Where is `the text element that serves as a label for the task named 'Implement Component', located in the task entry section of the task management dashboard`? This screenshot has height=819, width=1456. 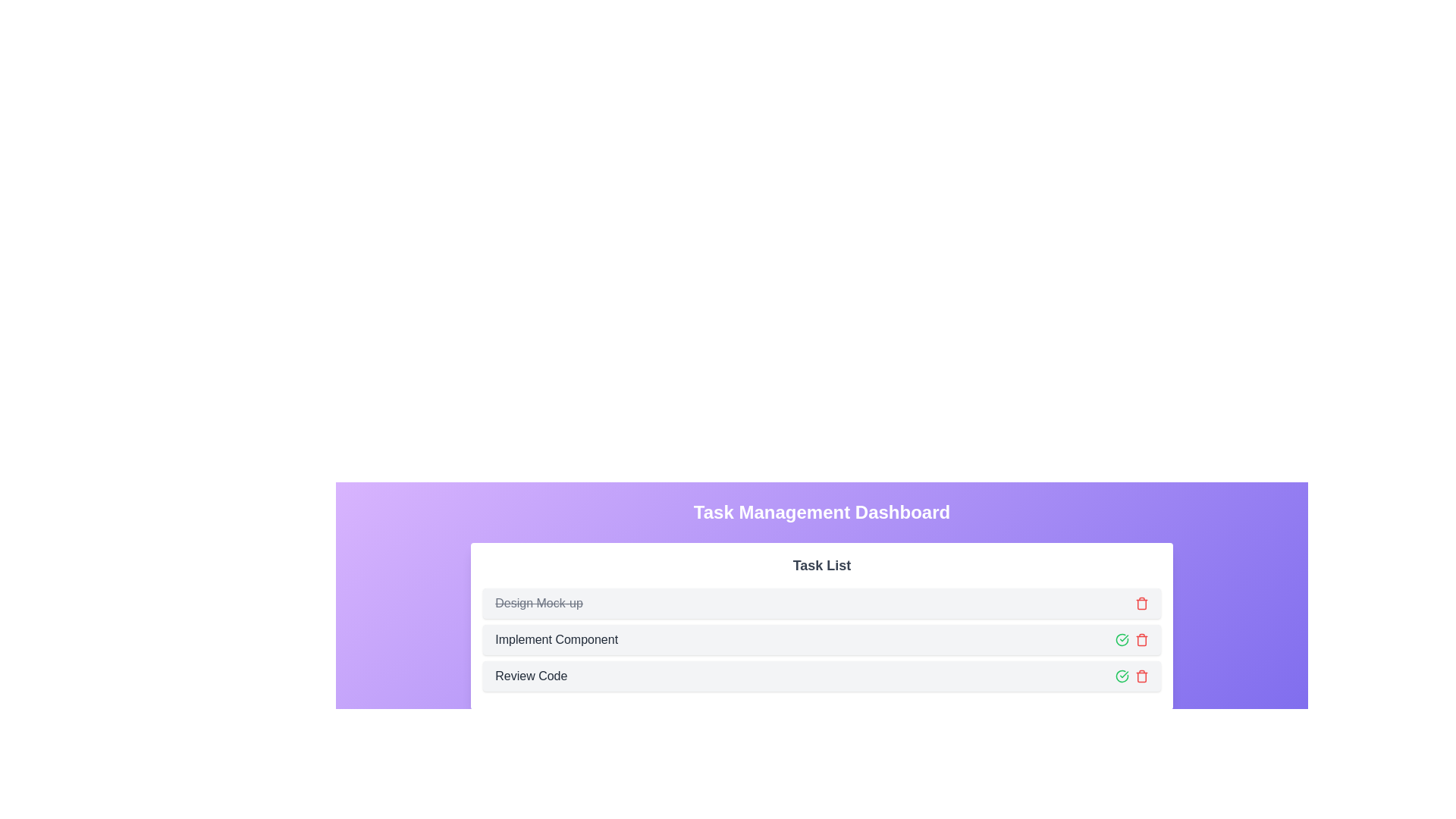 the text element that serves as a label for the task named 'Implement Component', located in the task entry section of the task management dashboard is located at coordinates (556, 640).